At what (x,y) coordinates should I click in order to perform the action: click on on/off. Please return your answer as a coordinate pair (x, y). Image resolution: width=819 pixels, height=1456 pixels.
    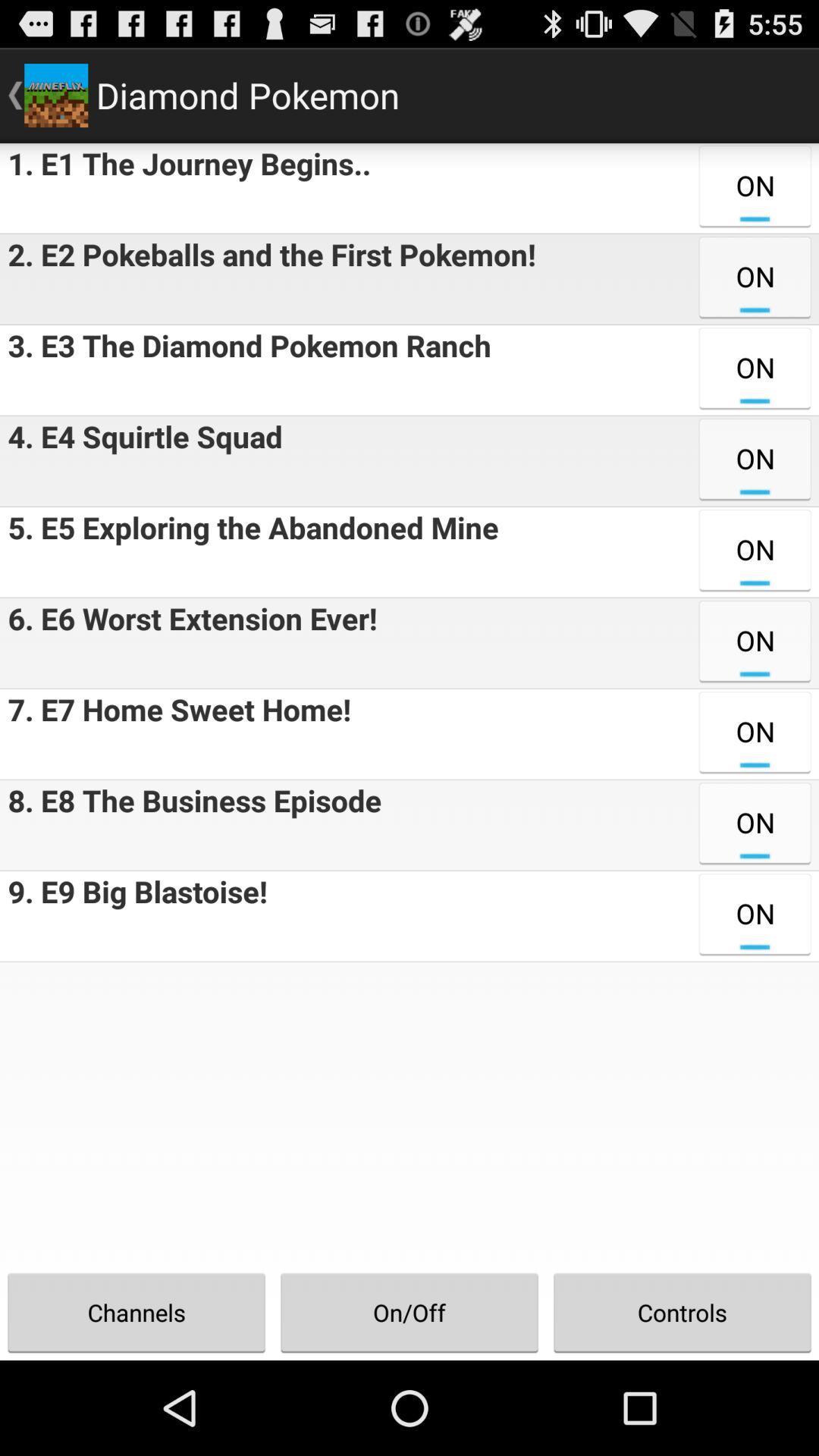
    Looking at the image, I should click on (409, 1312).